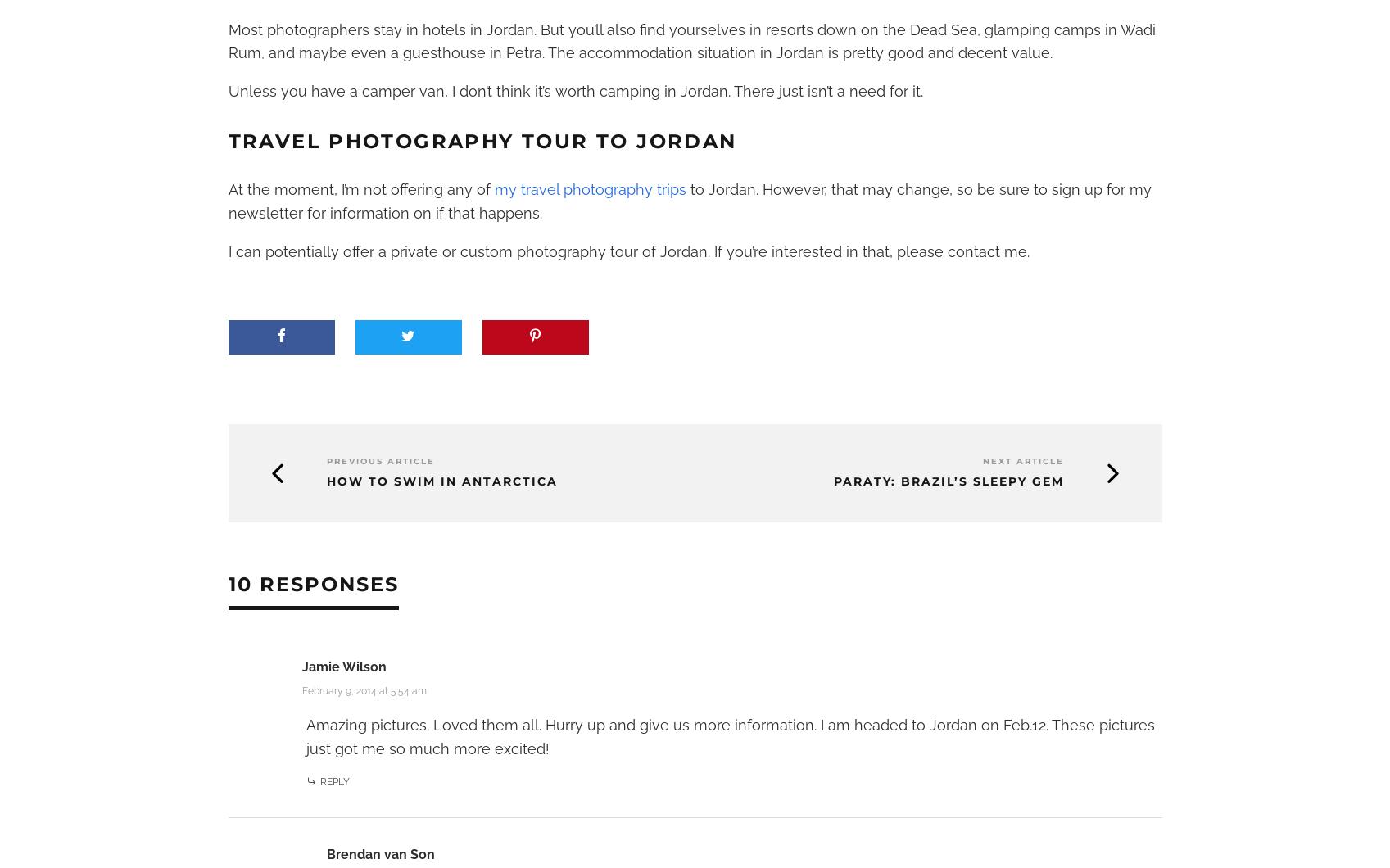 This screenshot has height=868, width=1390. What do you see at coordinates (589, 188) in the screenshot?
I see `'my travel photography trips'` at bounding box center [589, 188].